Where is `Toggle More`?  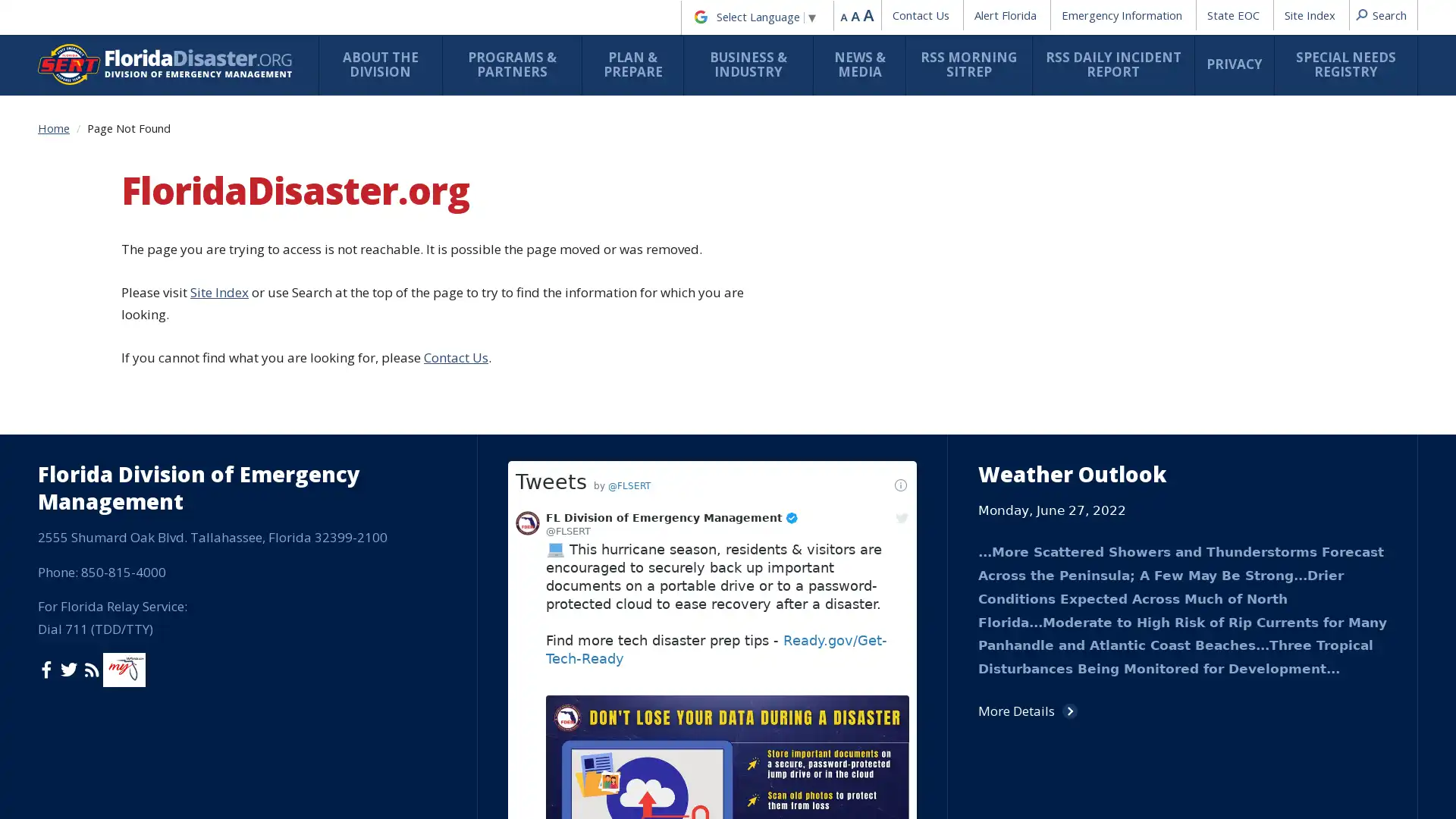 Toggle More is located at coordinates (607, 236).